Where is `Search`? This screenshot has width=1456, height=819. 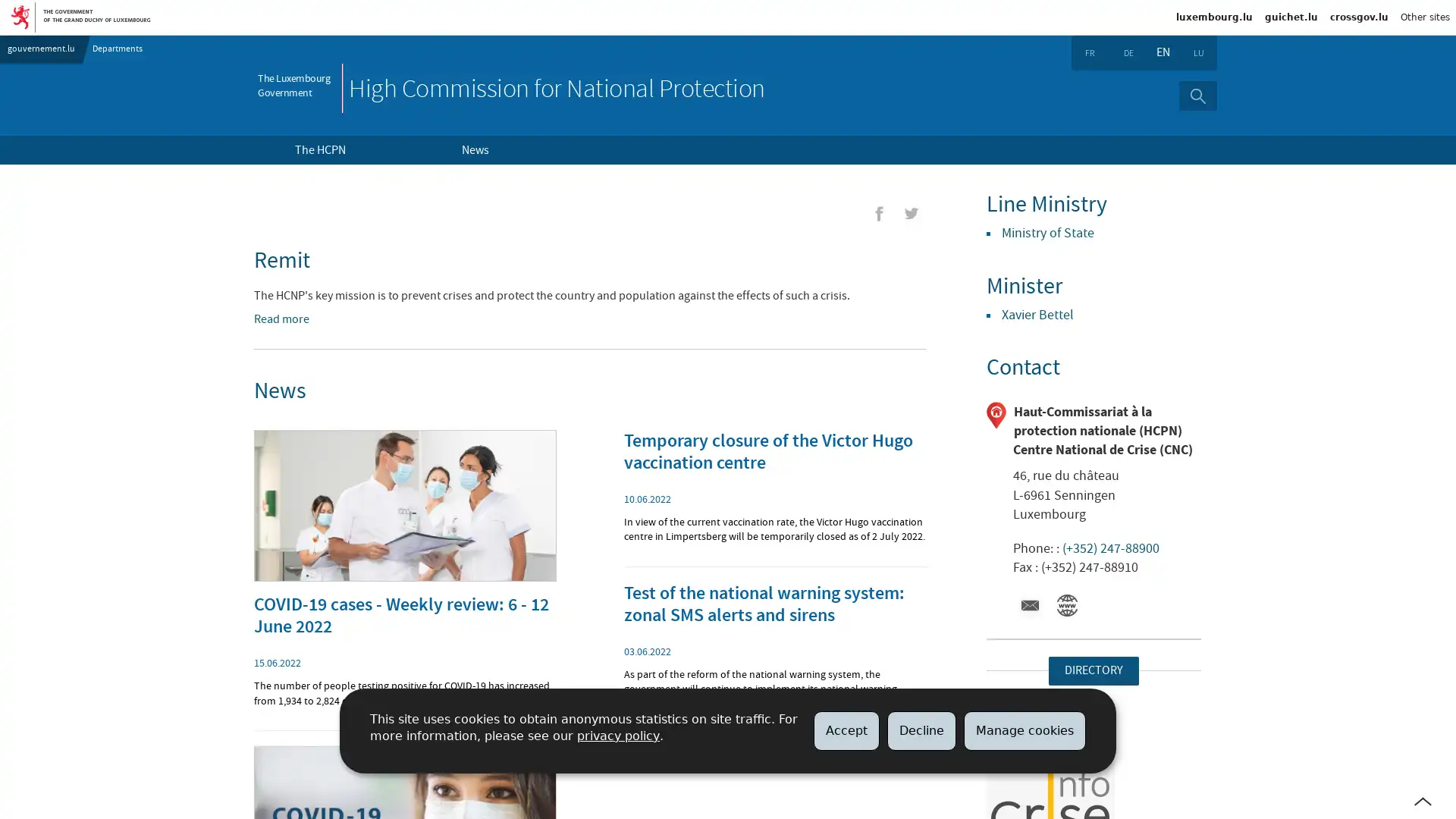
Search is located at coordinates (1197, 96).